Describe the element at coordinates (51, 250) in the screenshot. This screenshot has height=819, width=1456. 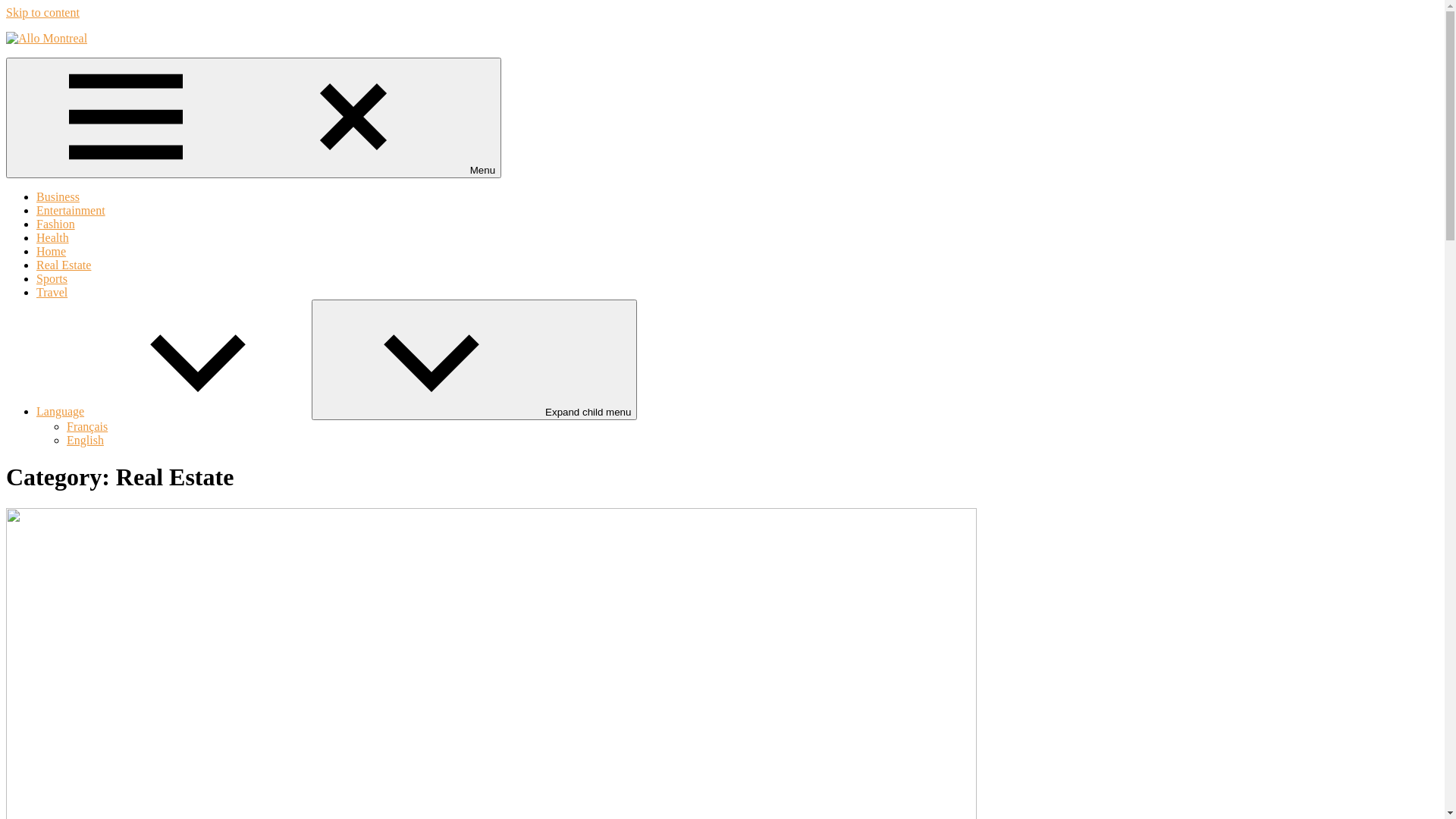
I see `'Home'` at that location.